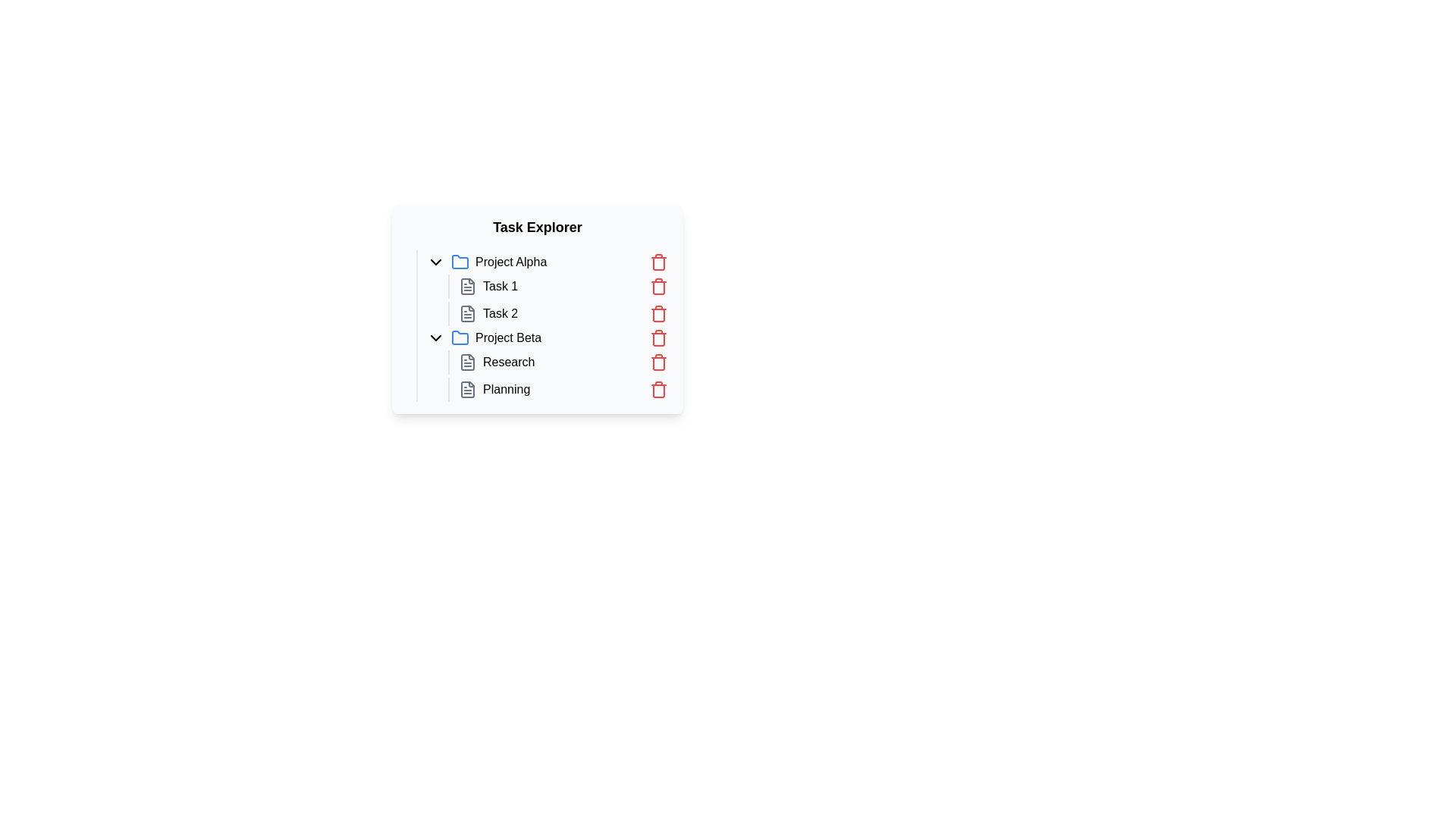 The image size is (1456, 819). Describe the element at coordinates (500, 312) in the screenshot. I see `the non-interactive text label indicating 'Task 2' within the 'Project Alpha' folder in the task management system` at that location.